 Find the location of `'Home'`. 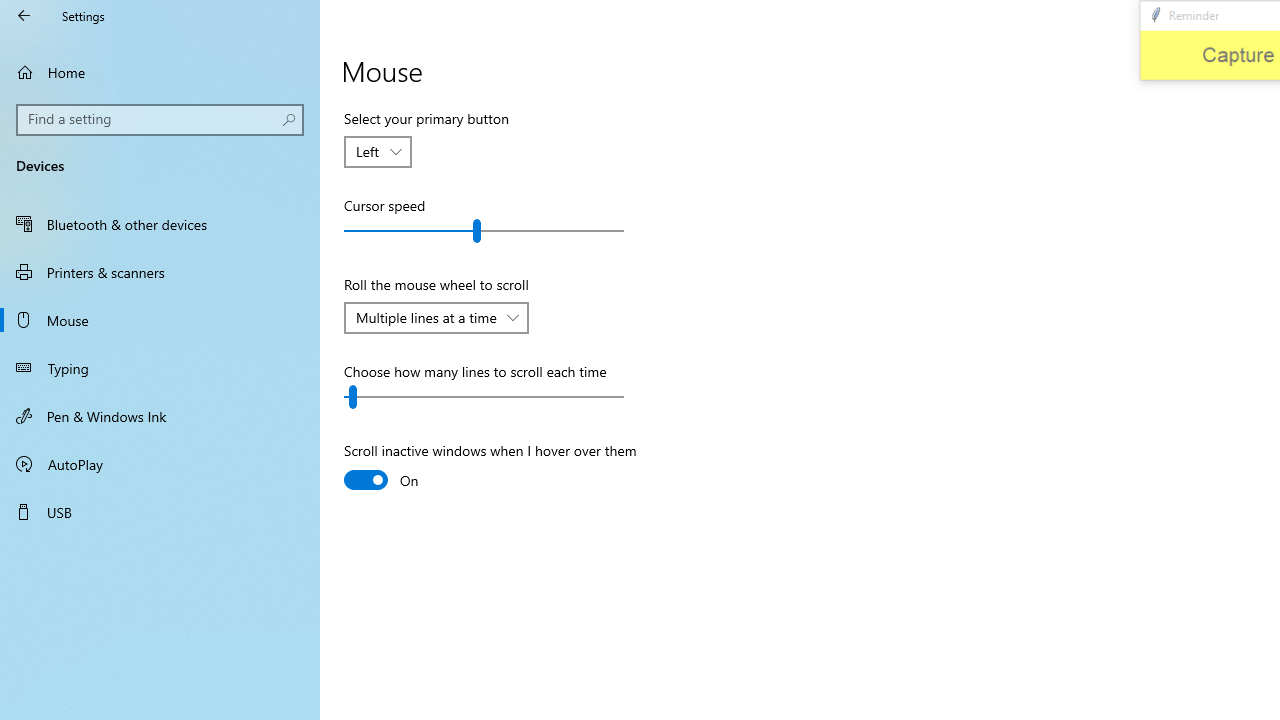

'Home' is located at coordinates (160, 71).